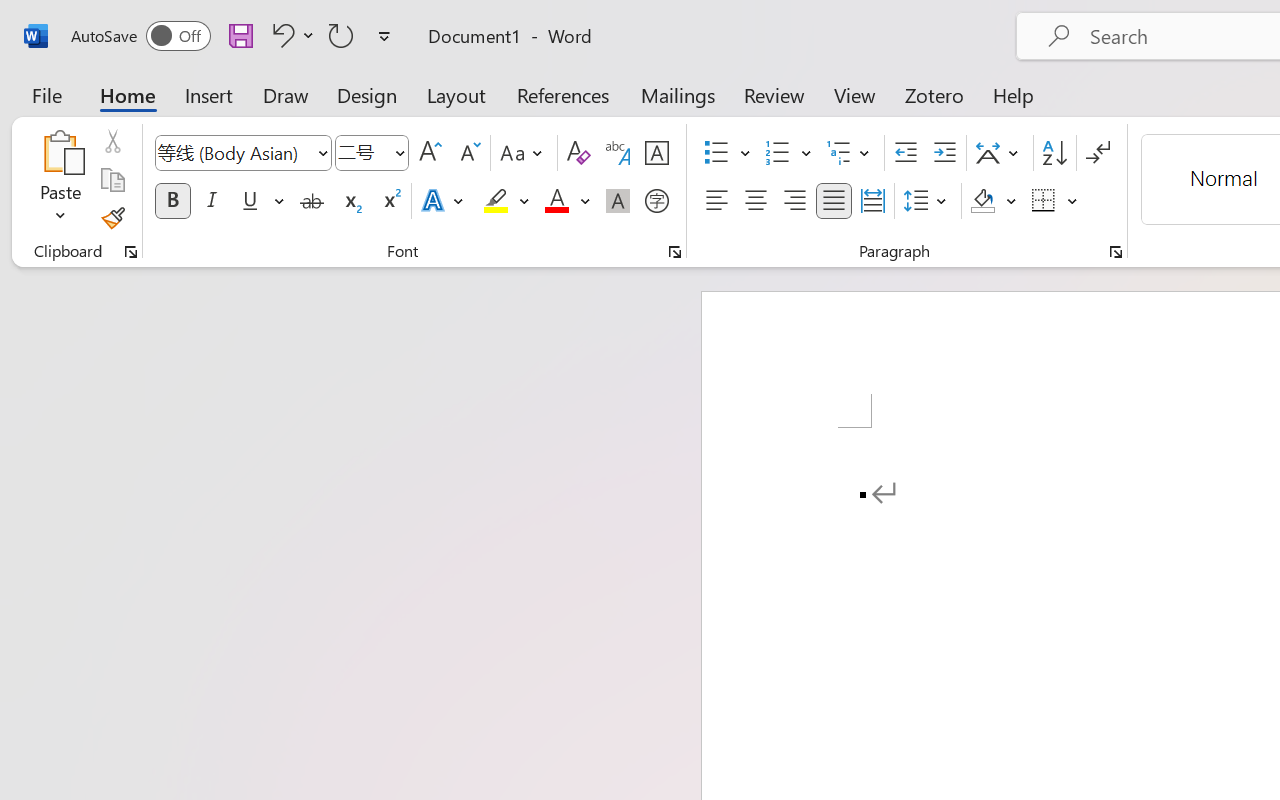 This screenshot has width=1280, height=800. Describe the element at coordinates (289, 34) in the screenshot. I see `'Undo Apply Quick Style'` at that location.